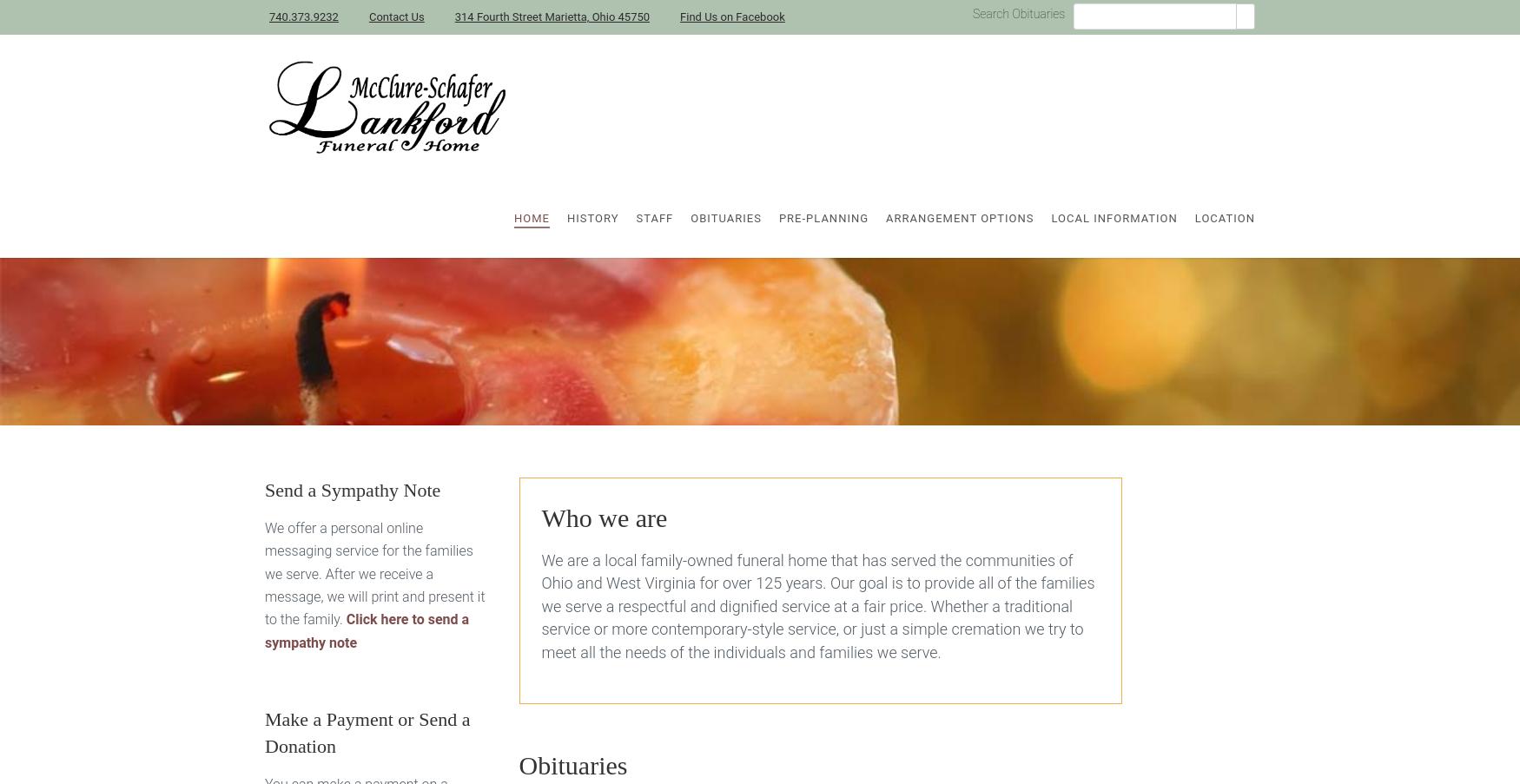 Image resolution: width=1520 pixels, height=784 pixels. What do you see at coordinates (264, 732) in the screenshot?
I see `'Make a Payment or Send a Donation'` at bounding box center [264, 732].